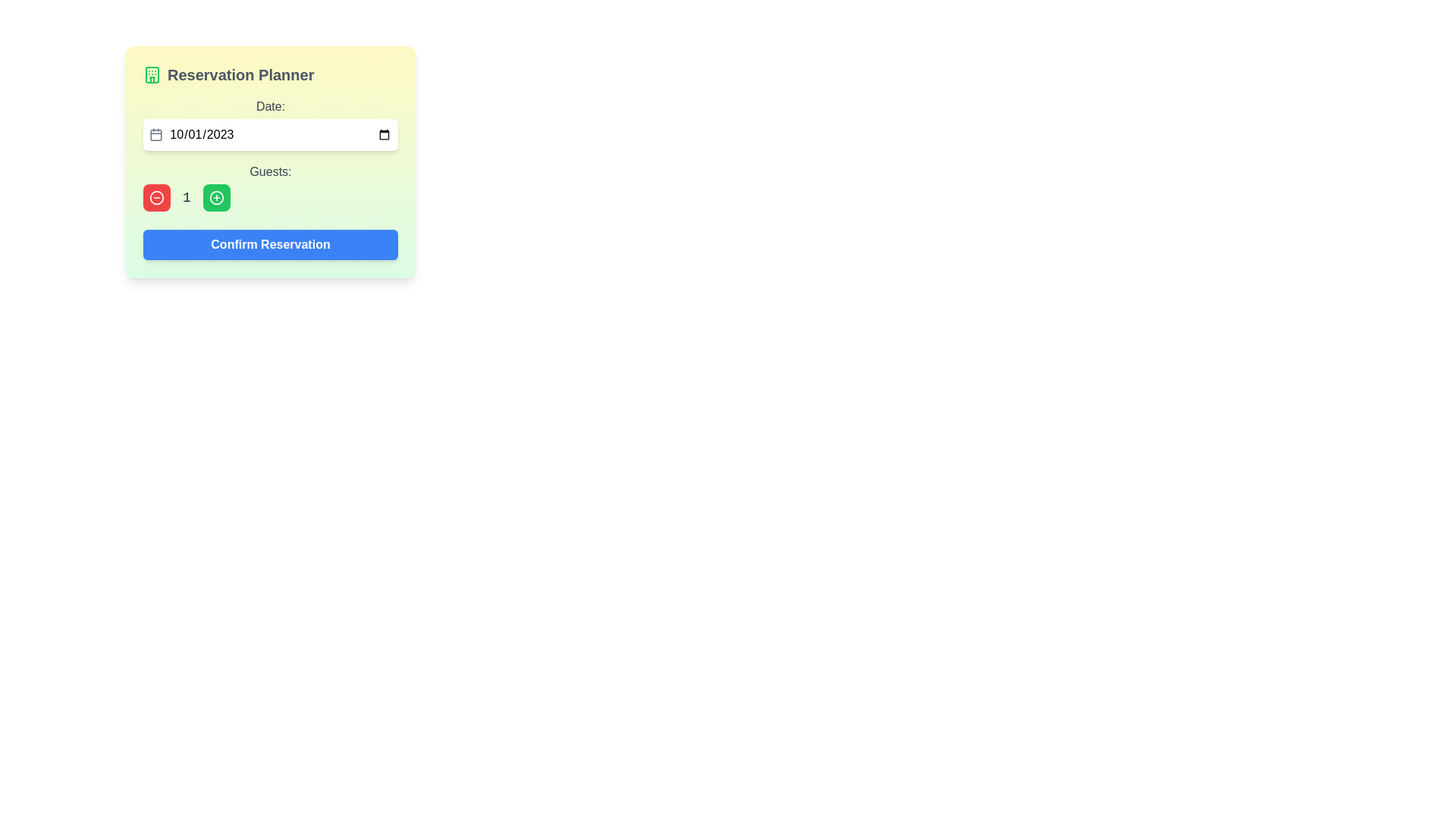 The image size is (1456, 819). I want to click on the green-colored building icon located to the left of the 'Reservation Planner' text, so click(152, 75).